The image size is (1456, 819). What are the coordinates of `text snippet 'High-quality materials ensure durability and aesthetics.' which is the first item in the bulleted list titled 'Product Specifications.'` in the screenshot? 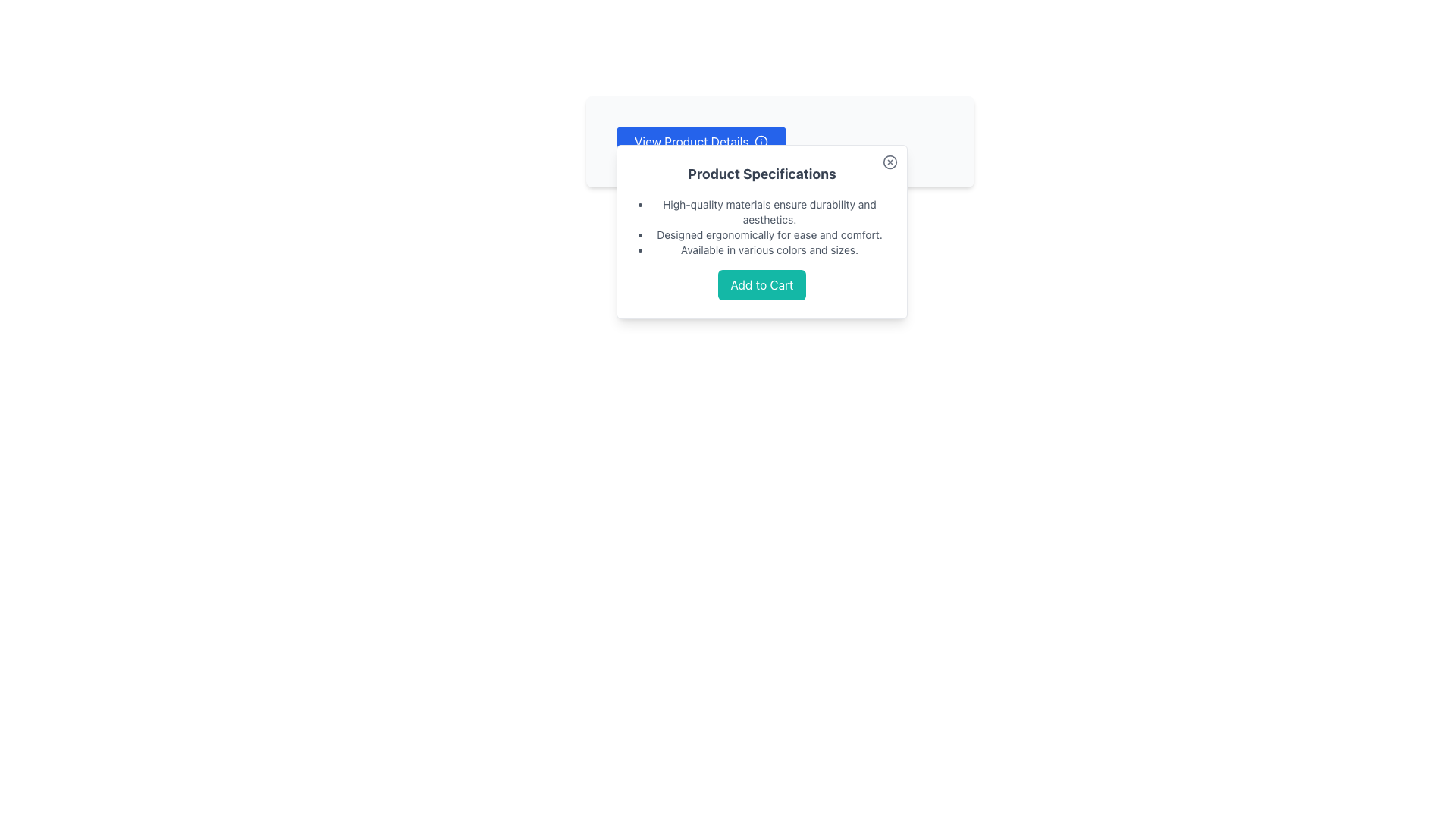 It's located at (769, 212).